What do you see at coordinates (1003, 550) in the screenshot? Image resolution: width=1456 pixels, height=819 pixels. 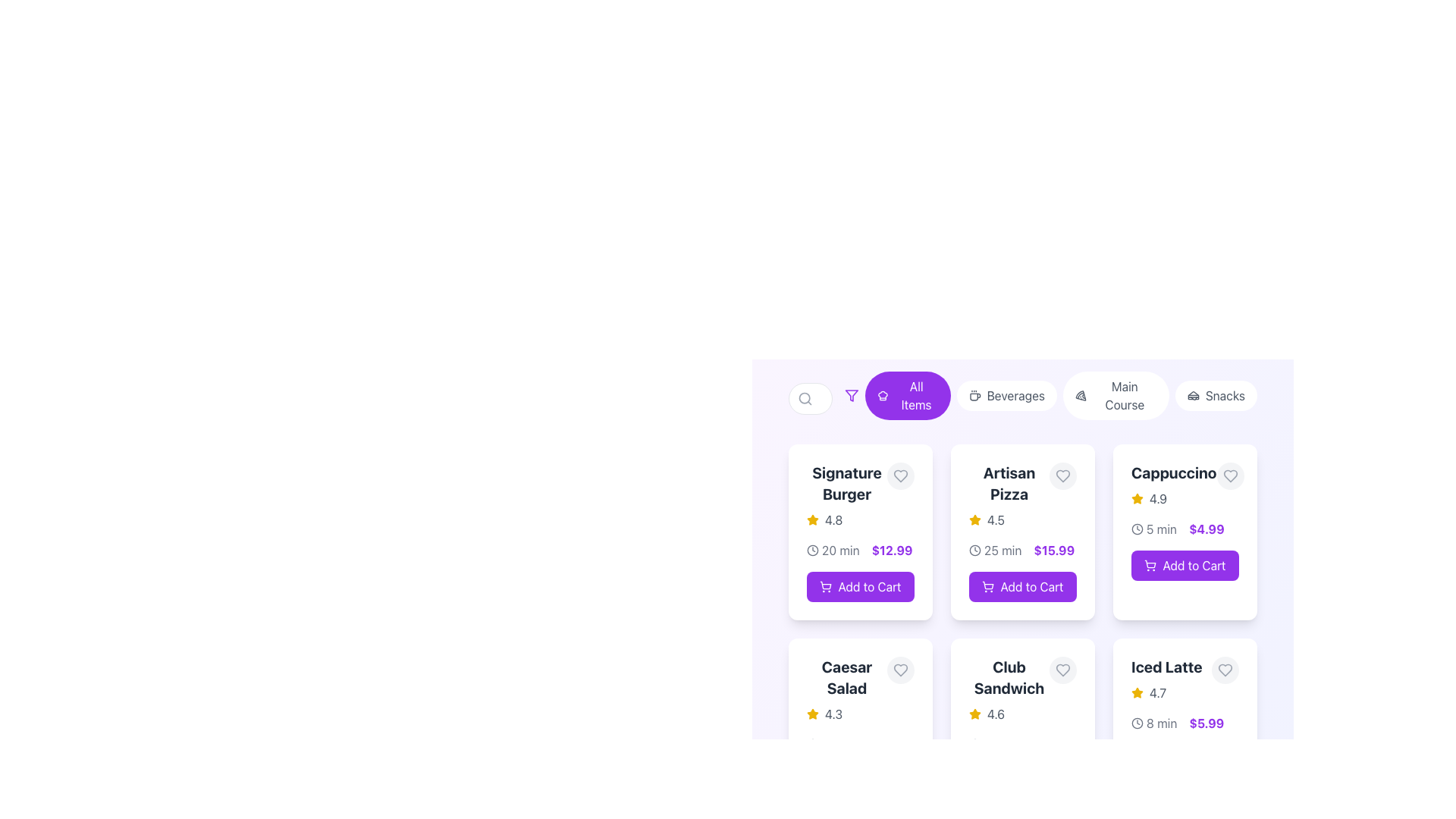 I see `time information displayed on the text label showing '25 min' in gray color, located in the second card from the left on the top row of the grid layout for the 'Artisan Pizza' card` at bounding box center [1003, 550].